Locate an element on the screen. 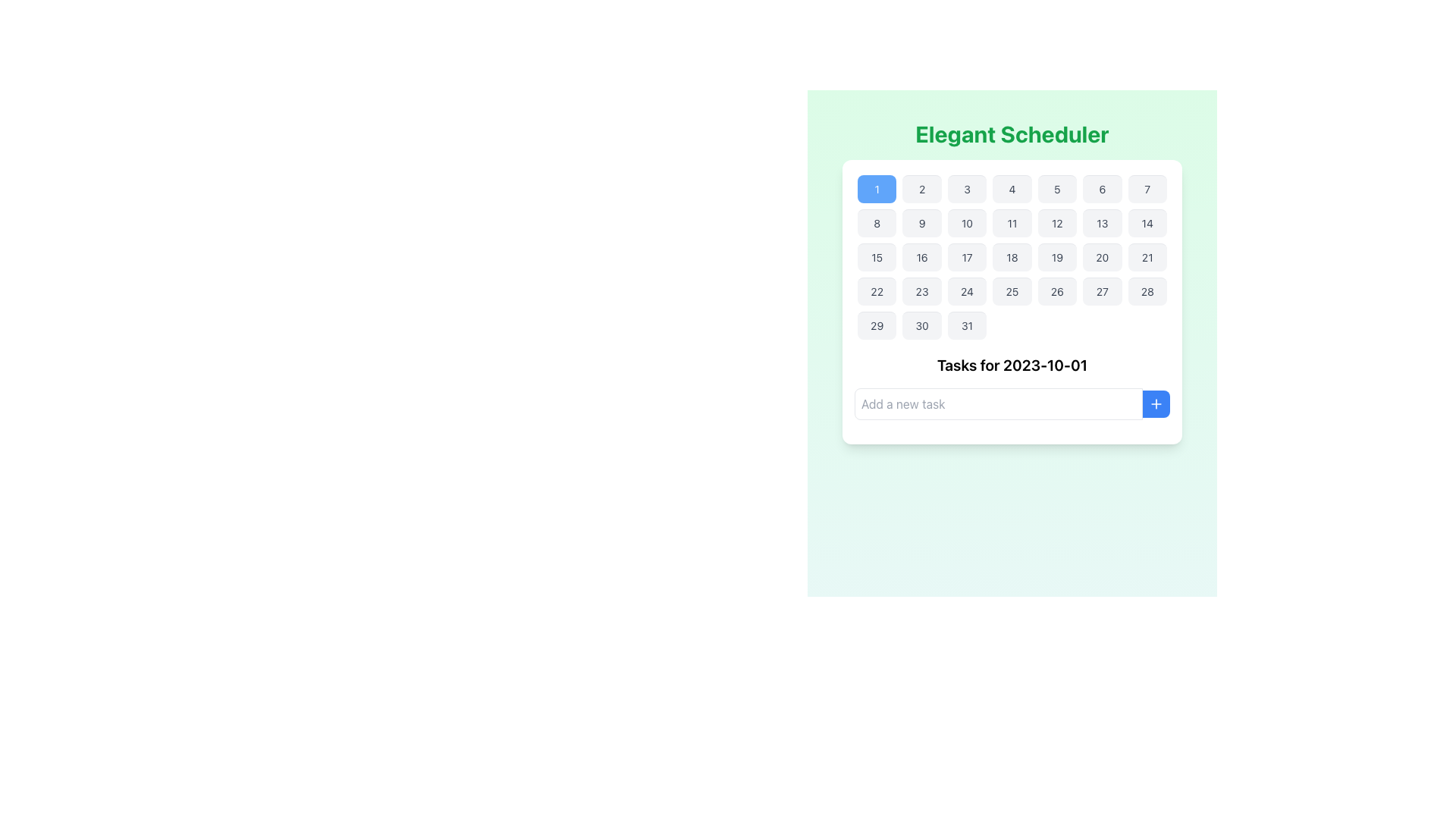  the calendar date button displaying '27' is located at coordinates (1102, 291).